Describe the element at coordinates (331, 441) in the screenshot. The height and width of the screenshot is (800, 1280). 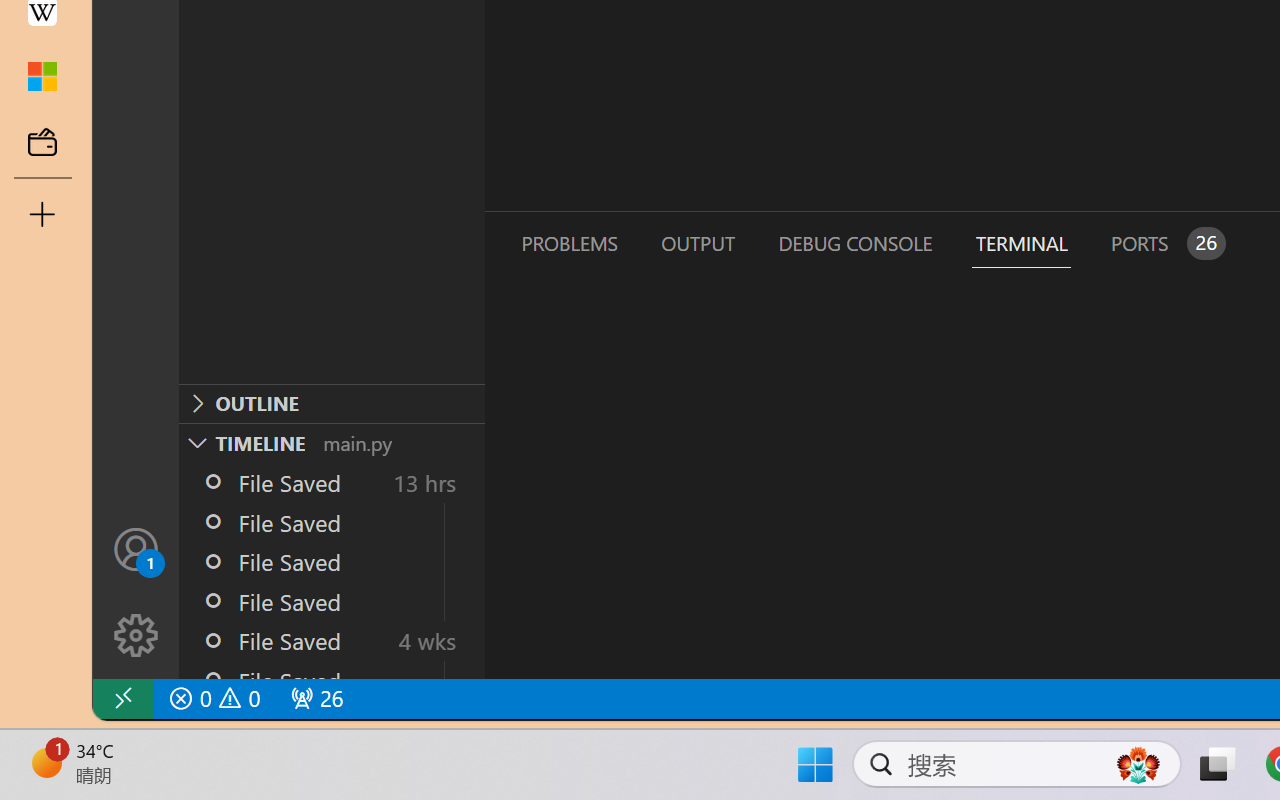
I see `'Timeline Section'` at that location.